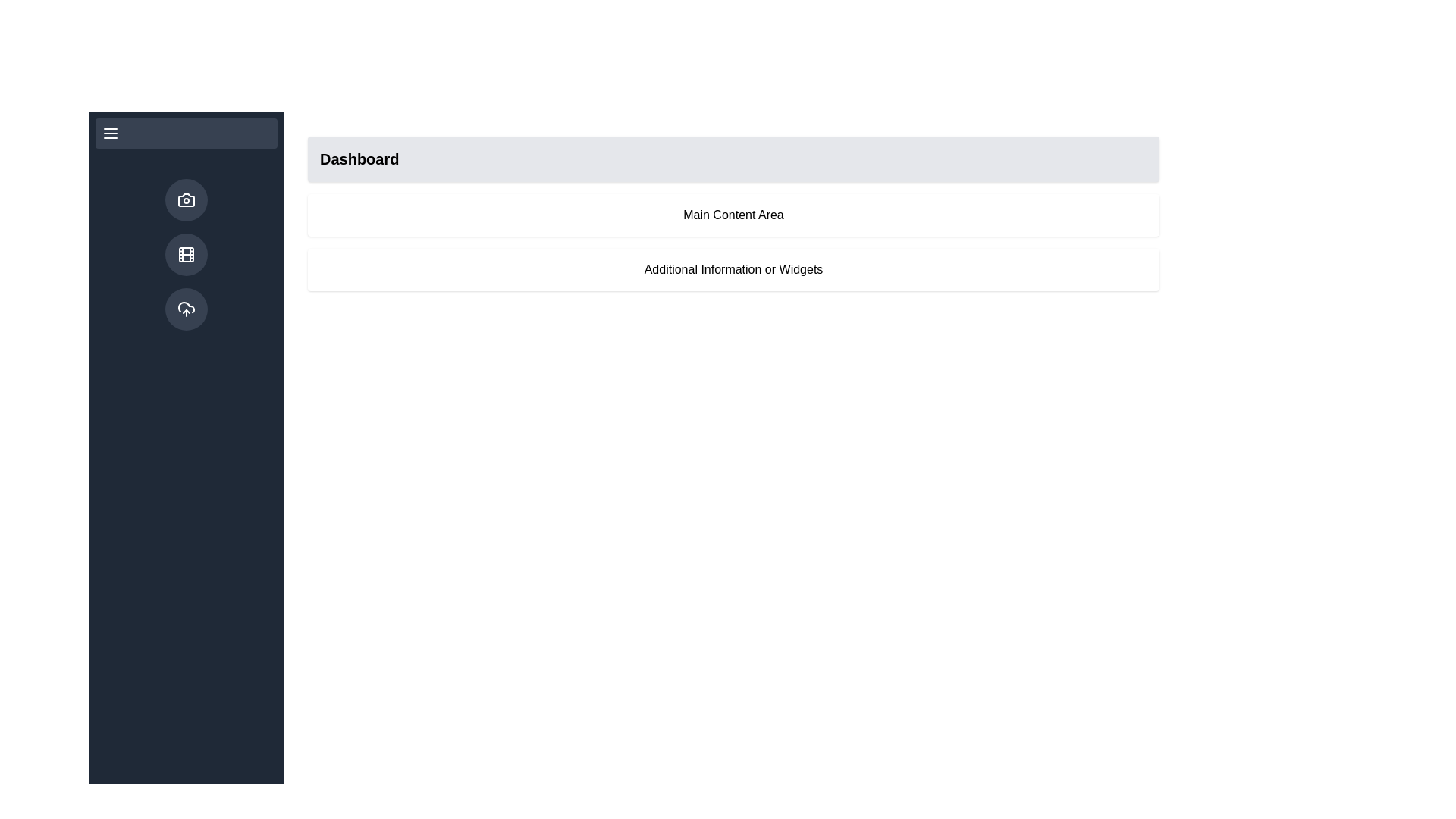 This screenshot has width=1456, height=819. Describe the element at coordinates (185, 307) in the screenshot. I see `the cloud upload icon in the SVG vector graphic located in the button panel of the side navigation bar, which is the third icon from the top` at that location.